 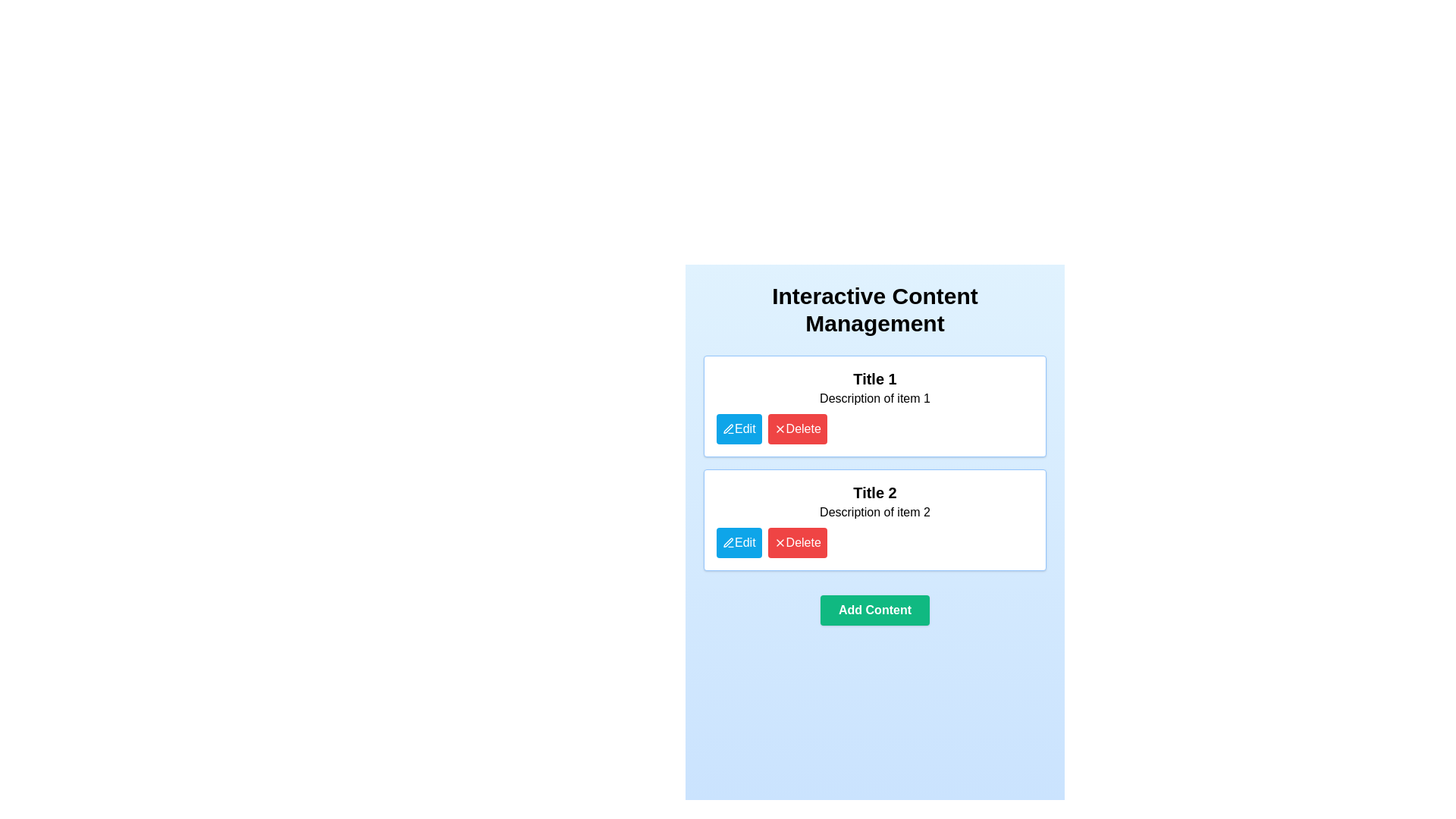 I want to click on the pen icon within the blue 'Edit' button, located to the left of the 'Delete' button in the second content block labeled 'Title 2', so click(x=728, y=541).